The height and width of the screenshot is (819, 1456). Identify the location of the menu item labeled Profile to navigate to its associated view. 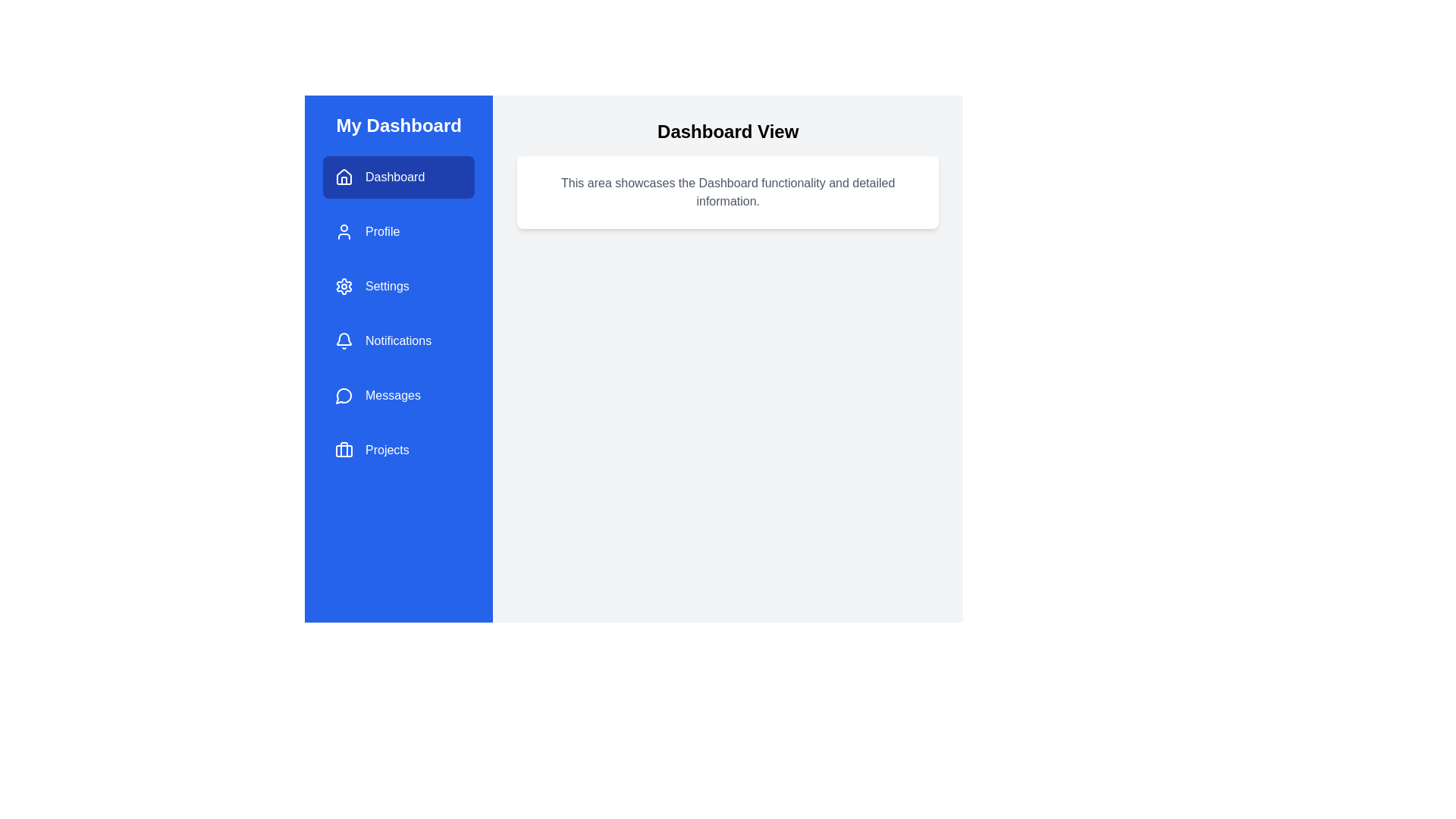
(399, 231).